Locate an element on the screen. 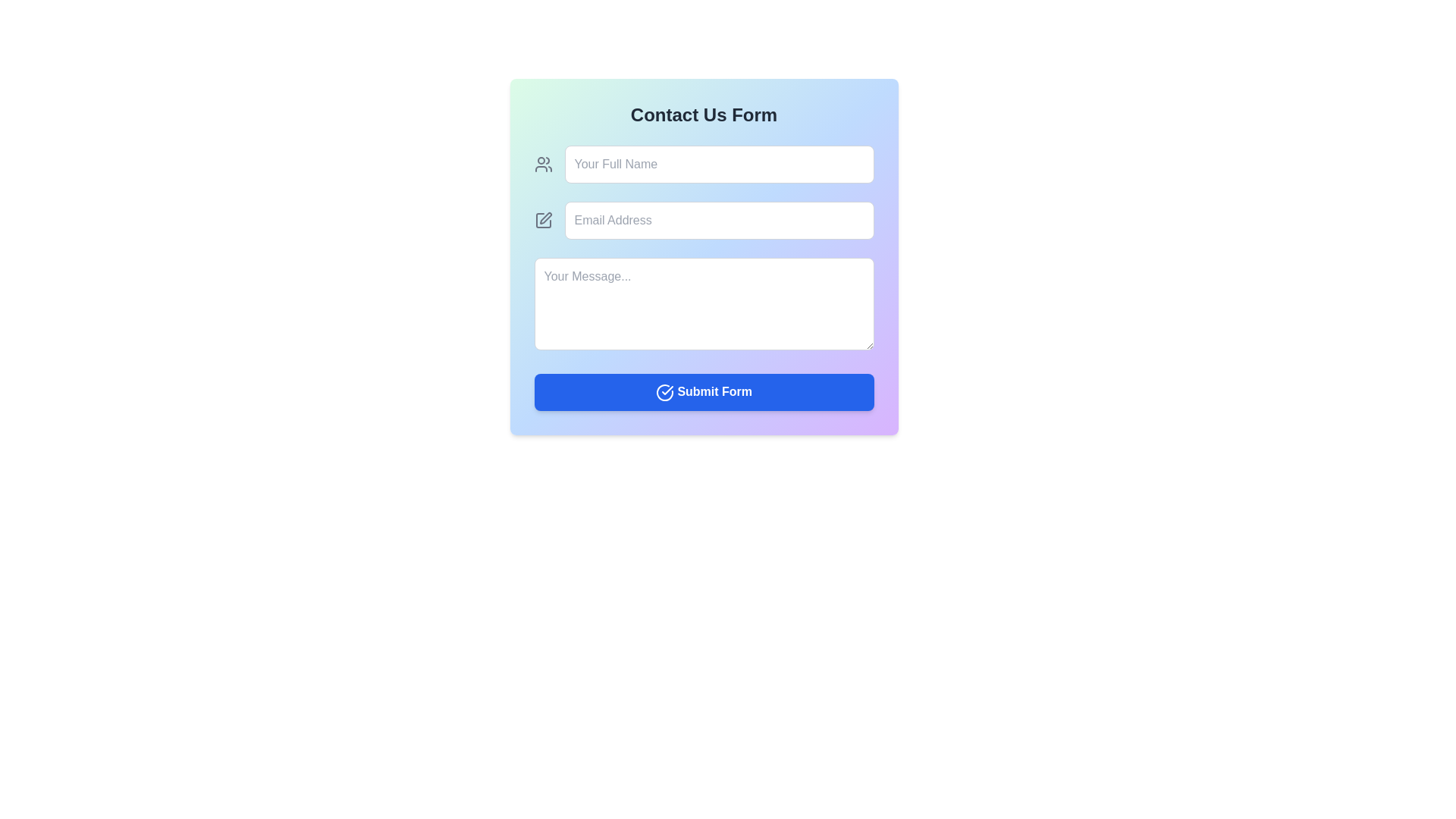  the gray pen icon located to the left of the 'Email Address' input field in the contact form is located at coordinates (543, 220).